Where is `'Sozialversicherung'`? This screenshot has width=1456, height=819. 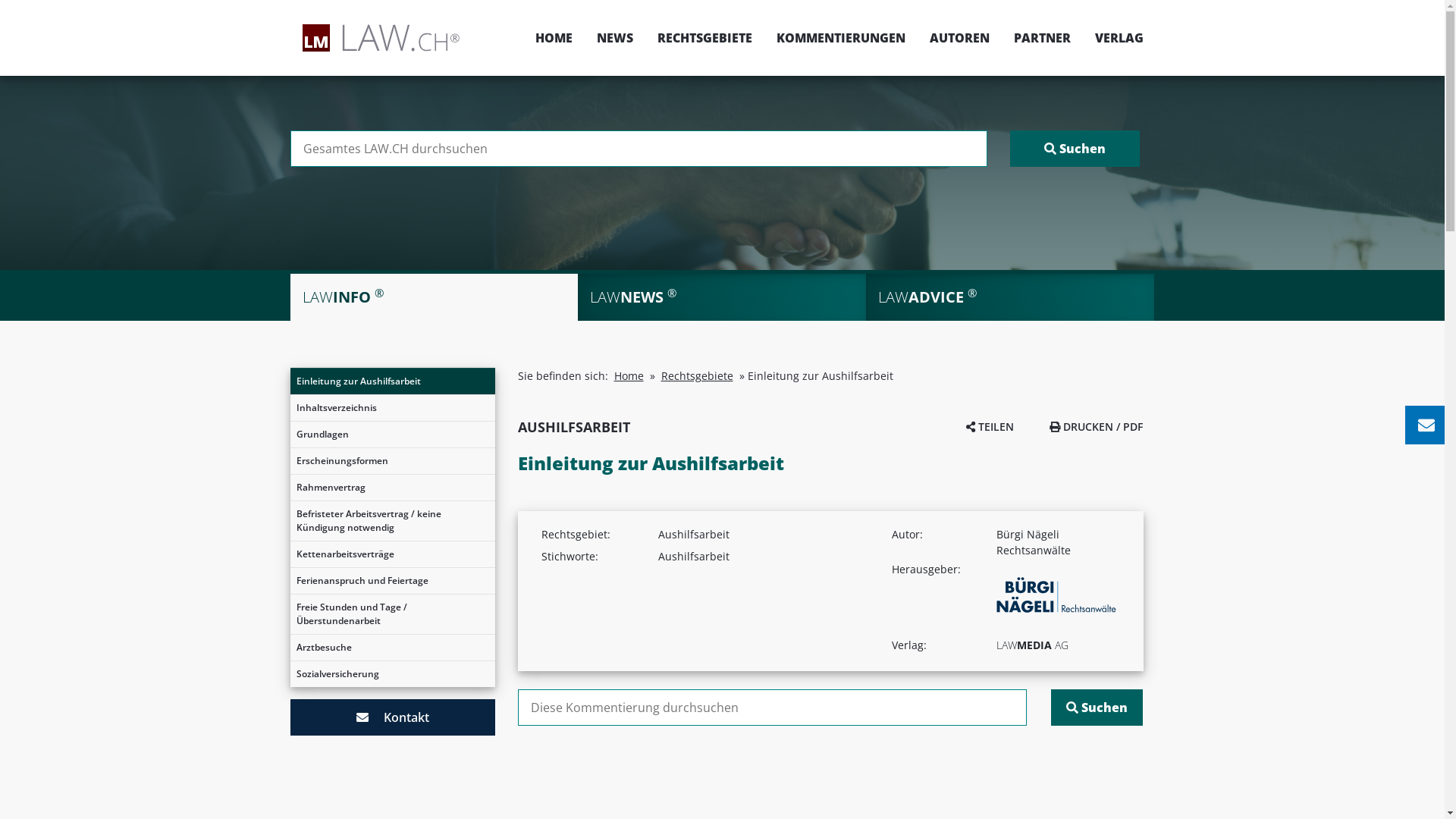
'Sozialversicherung' is located at coordinates (290, 673).